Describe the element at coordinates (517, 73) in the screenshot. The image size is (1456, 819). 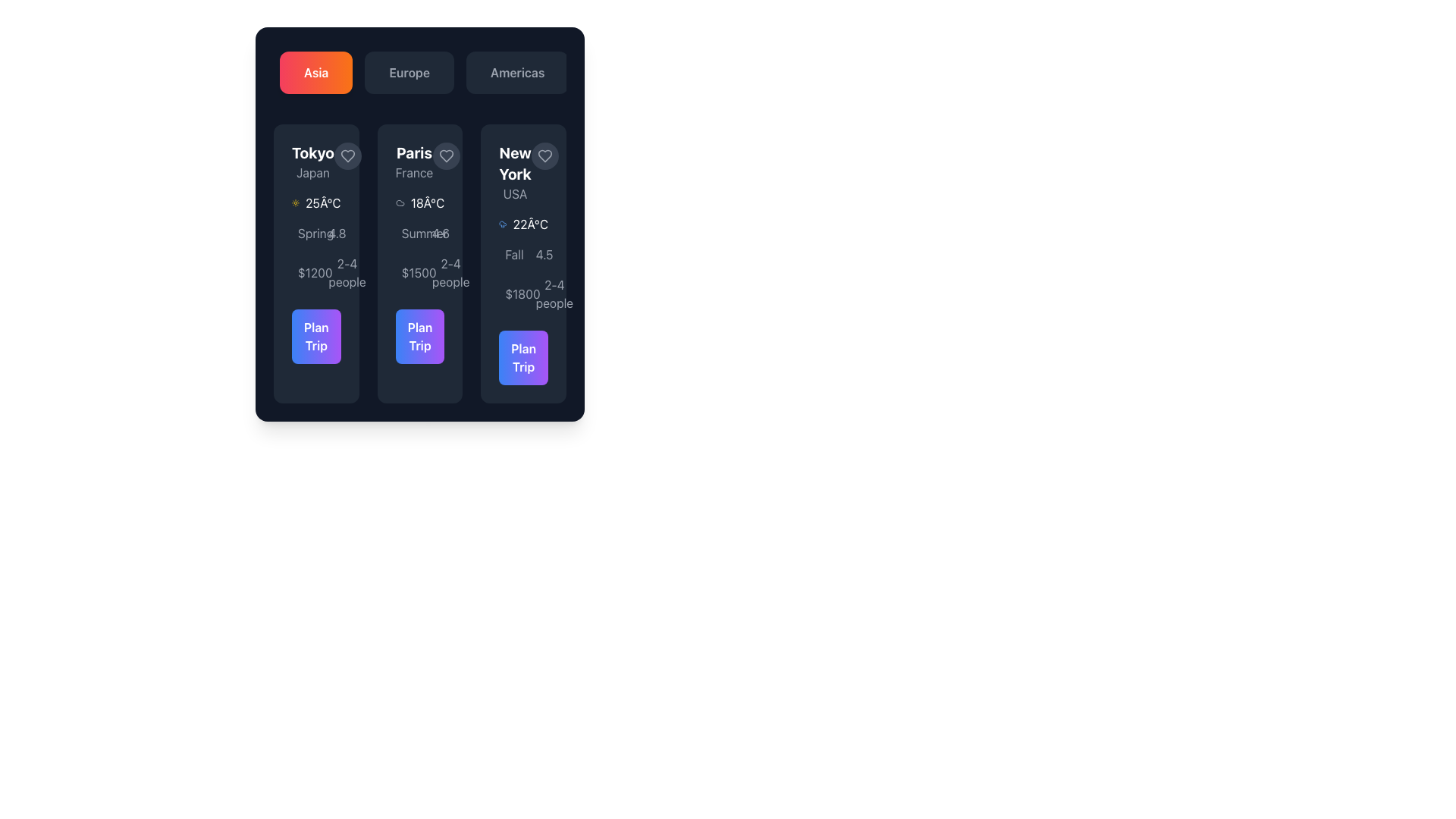
I see `the 'Americas' button in the upper horizontal scrollable menu` at that location.